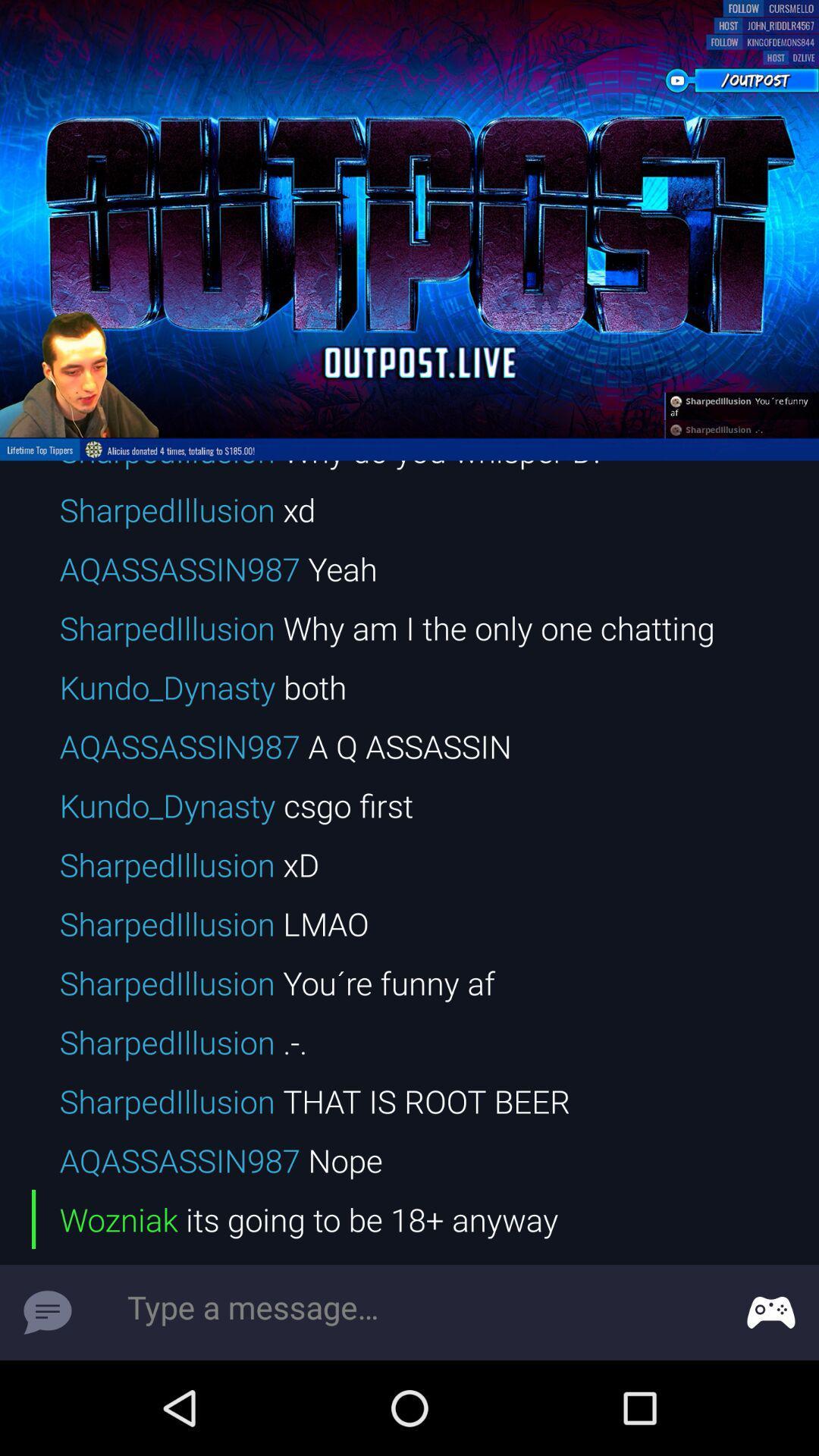 This screenshot has width=819, height=1456. I want to click on message, so click(46, 1312).